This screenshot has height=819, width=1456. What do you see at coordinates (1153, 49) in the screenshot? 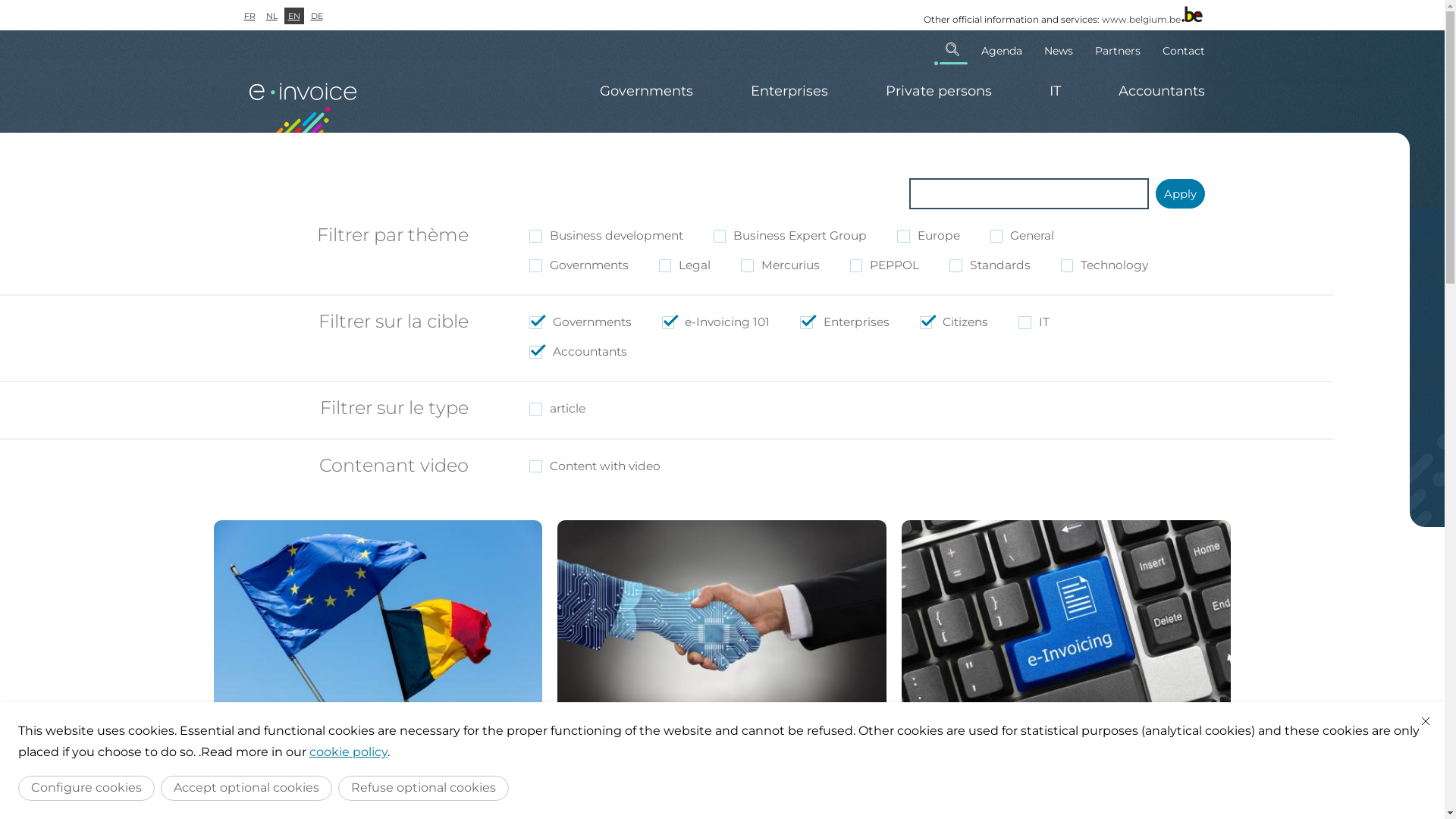
I see `'Contact'` at bounding box center [1153, 49].